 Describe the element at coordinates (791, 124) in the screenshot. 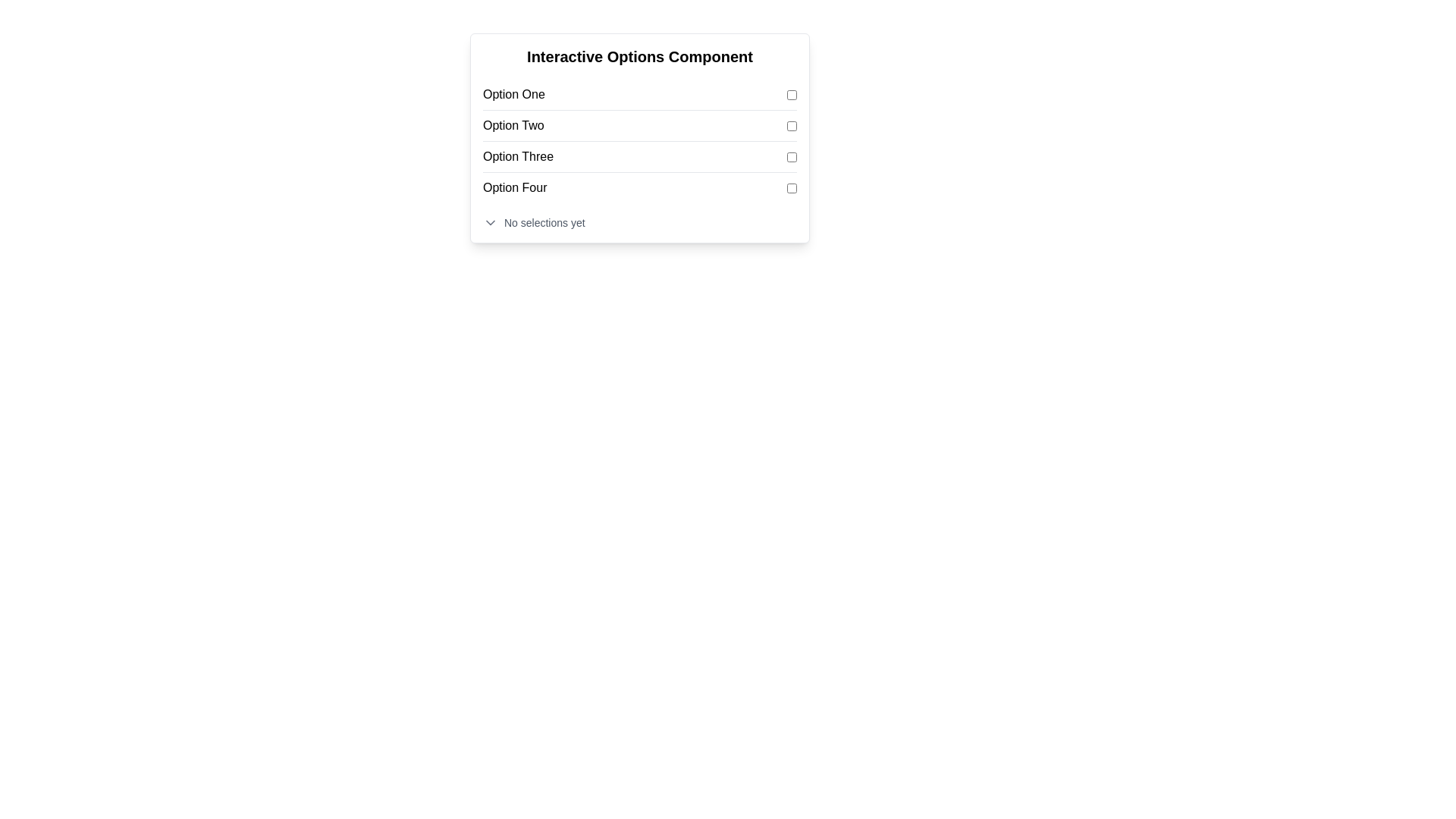

I see `the checkbox for 'Option Two'` at that location.